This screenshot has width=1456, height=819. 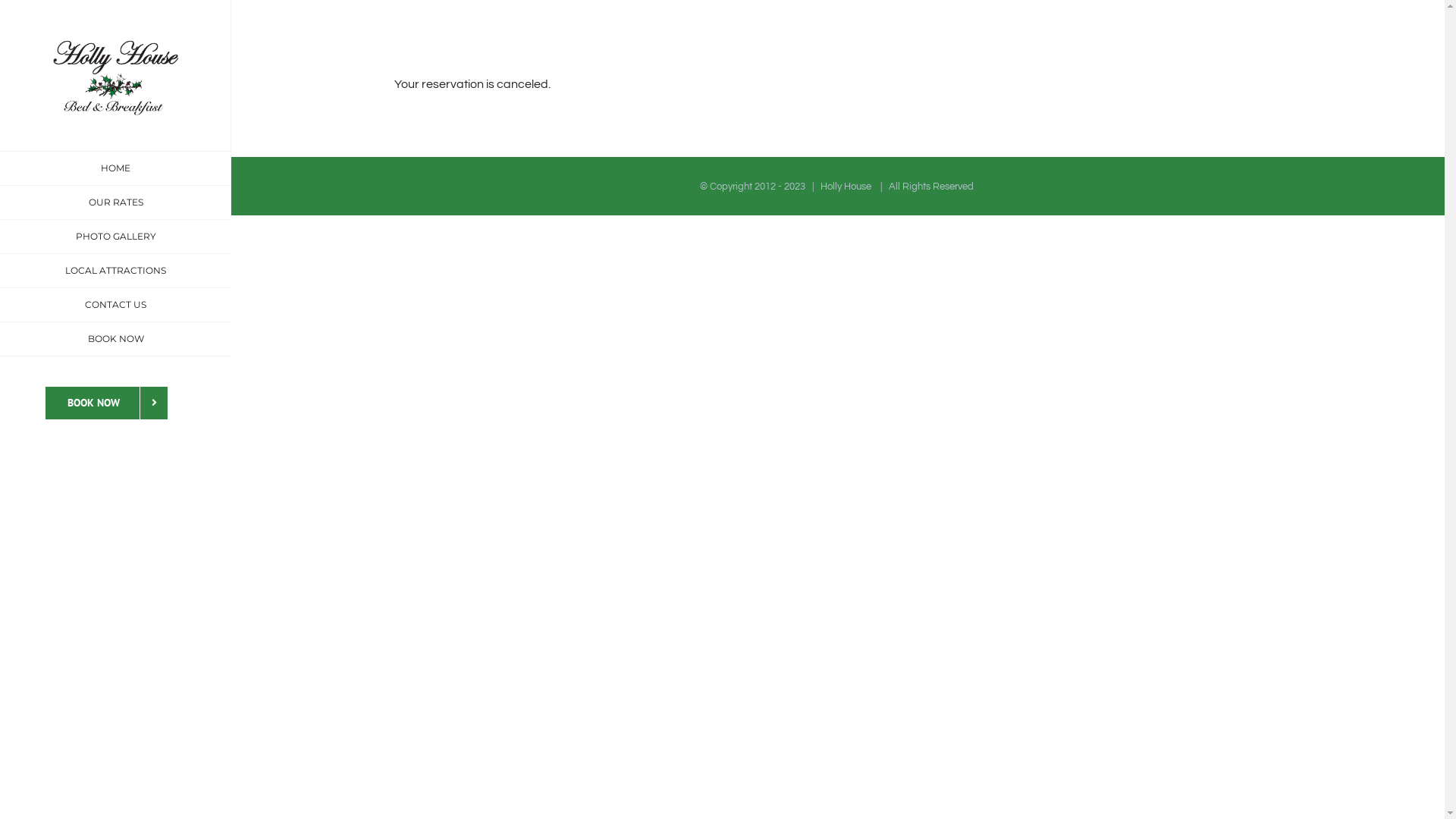 What do you see at coordinates (0, 270) in the screenshot?
I see `'LOCAL ATTRACTIONS'` at bounding box center [0, 270].